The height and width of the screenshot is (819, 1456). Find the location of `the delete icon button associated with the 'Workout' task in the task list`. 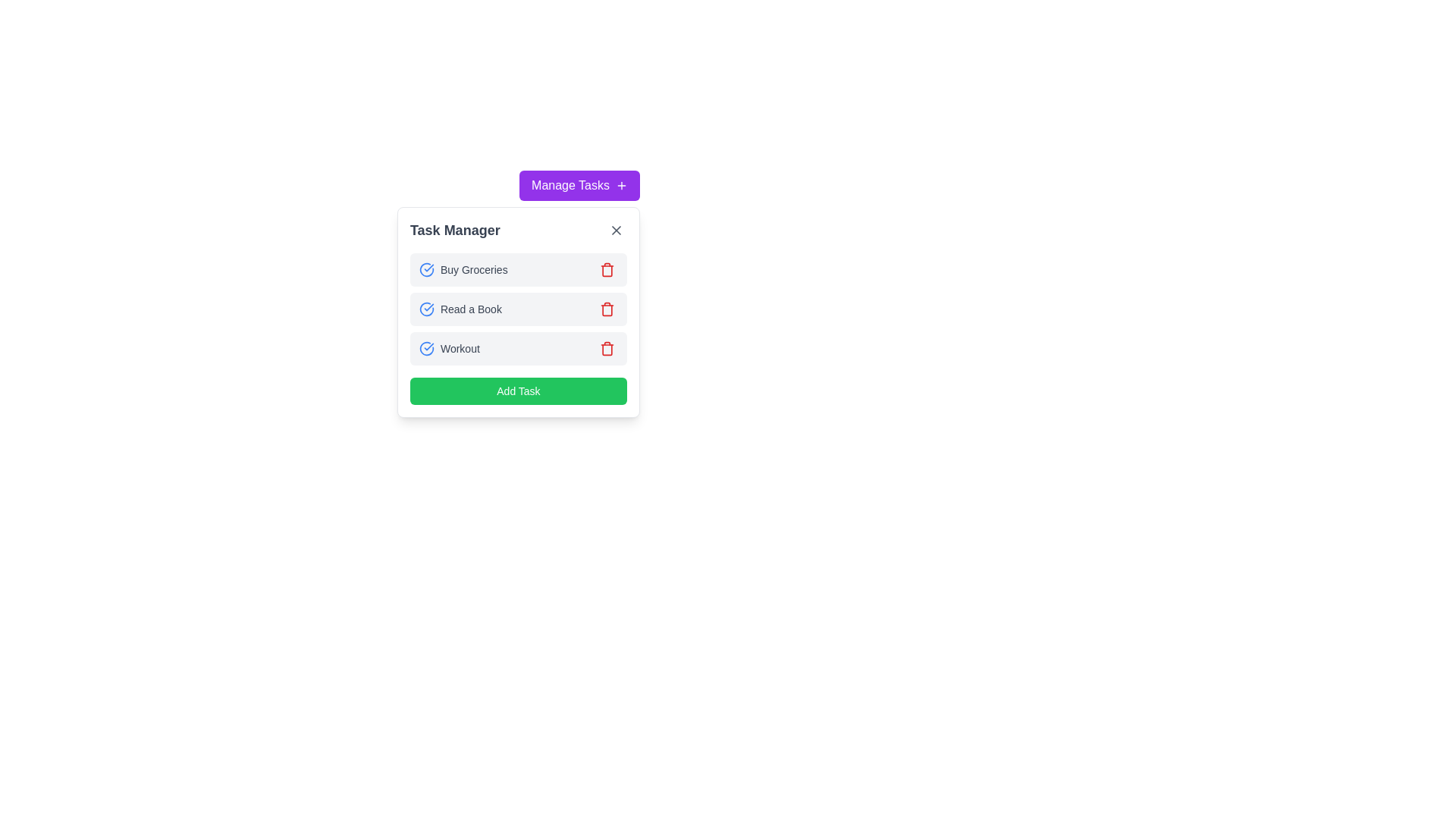

the delete icon button associated with the 'Workout' task in the task list is located at coordinates (607, 348).